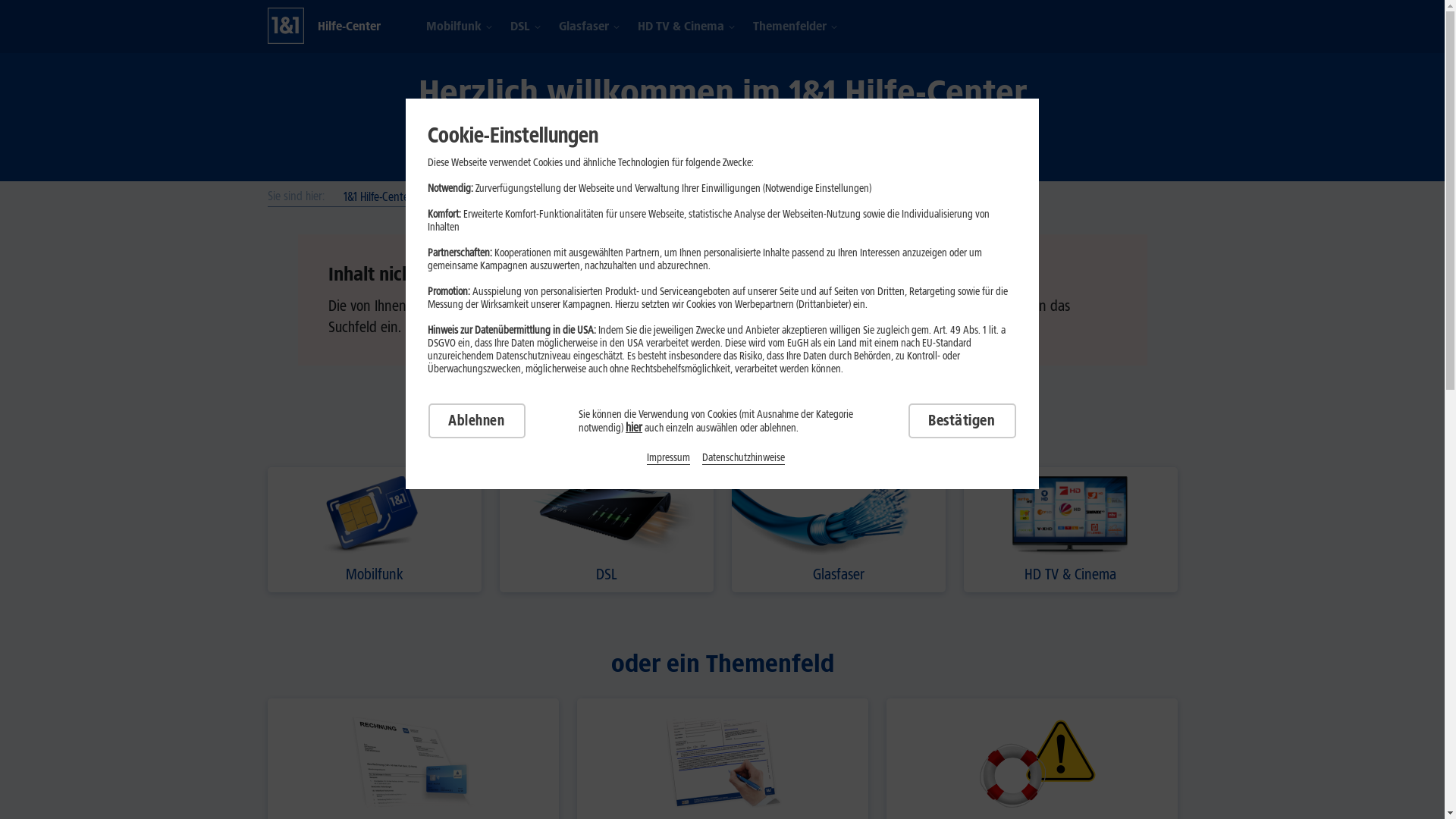 Image resolution: width=1456 pixels, height=819 pixels. Describe the element at coordinates (836, 529) in the screenshot. I see `'Glasfaser'` at that location.